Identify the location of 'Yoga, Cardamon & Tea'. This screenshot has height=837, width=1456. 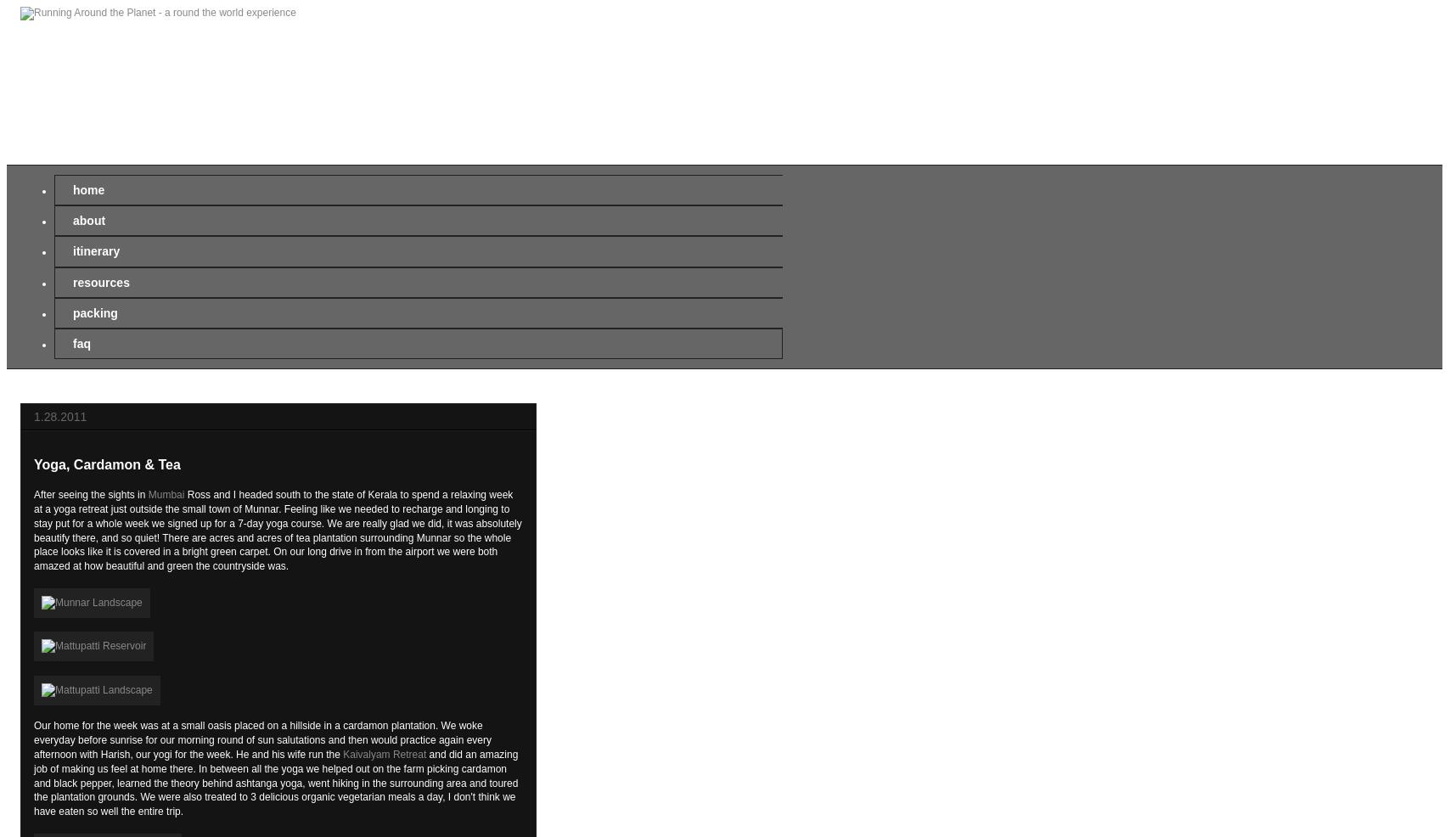
(32, 463).